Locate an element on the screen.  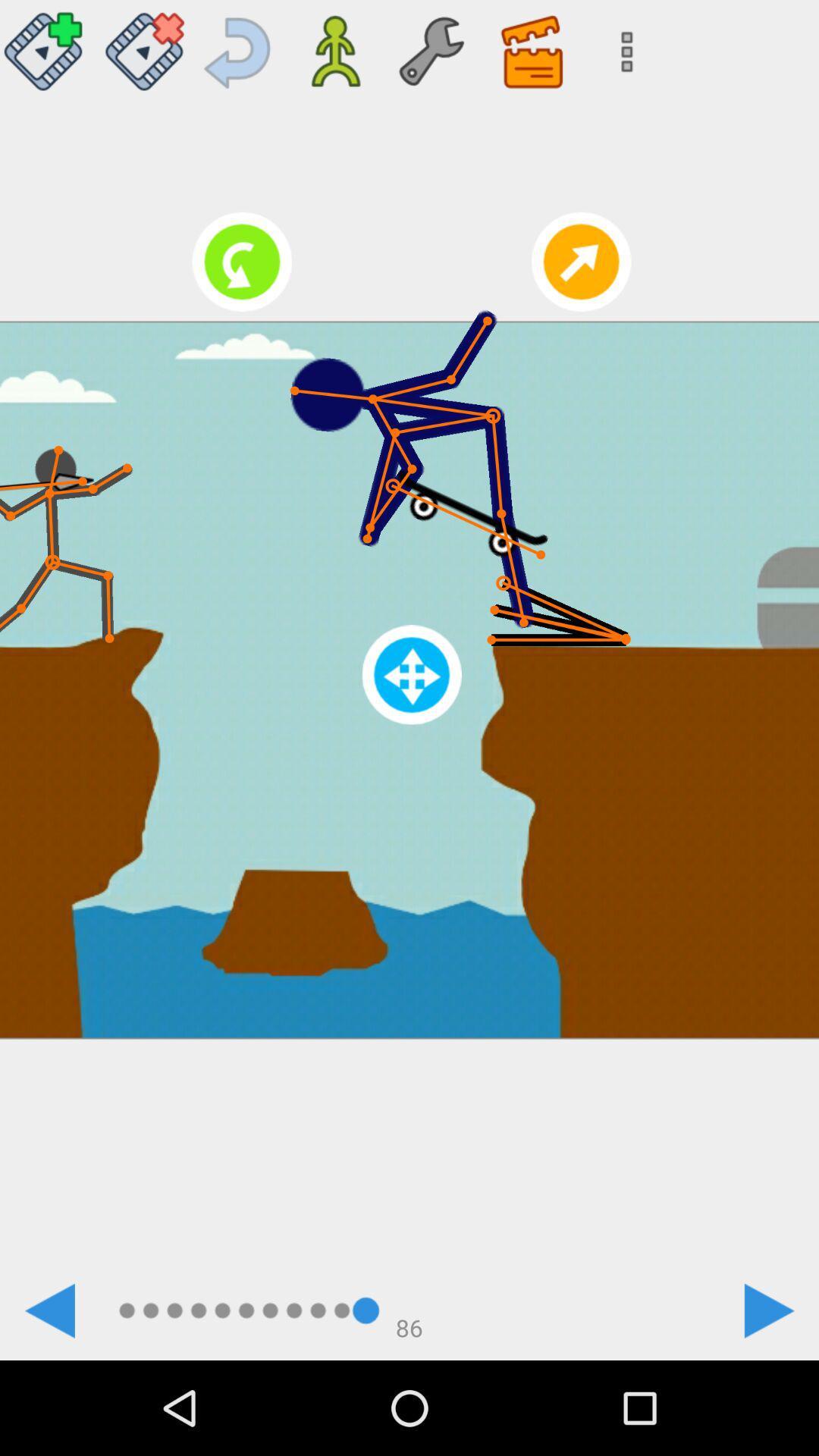
the icon at the bottom left corner is located at coordinates (49, 1310).